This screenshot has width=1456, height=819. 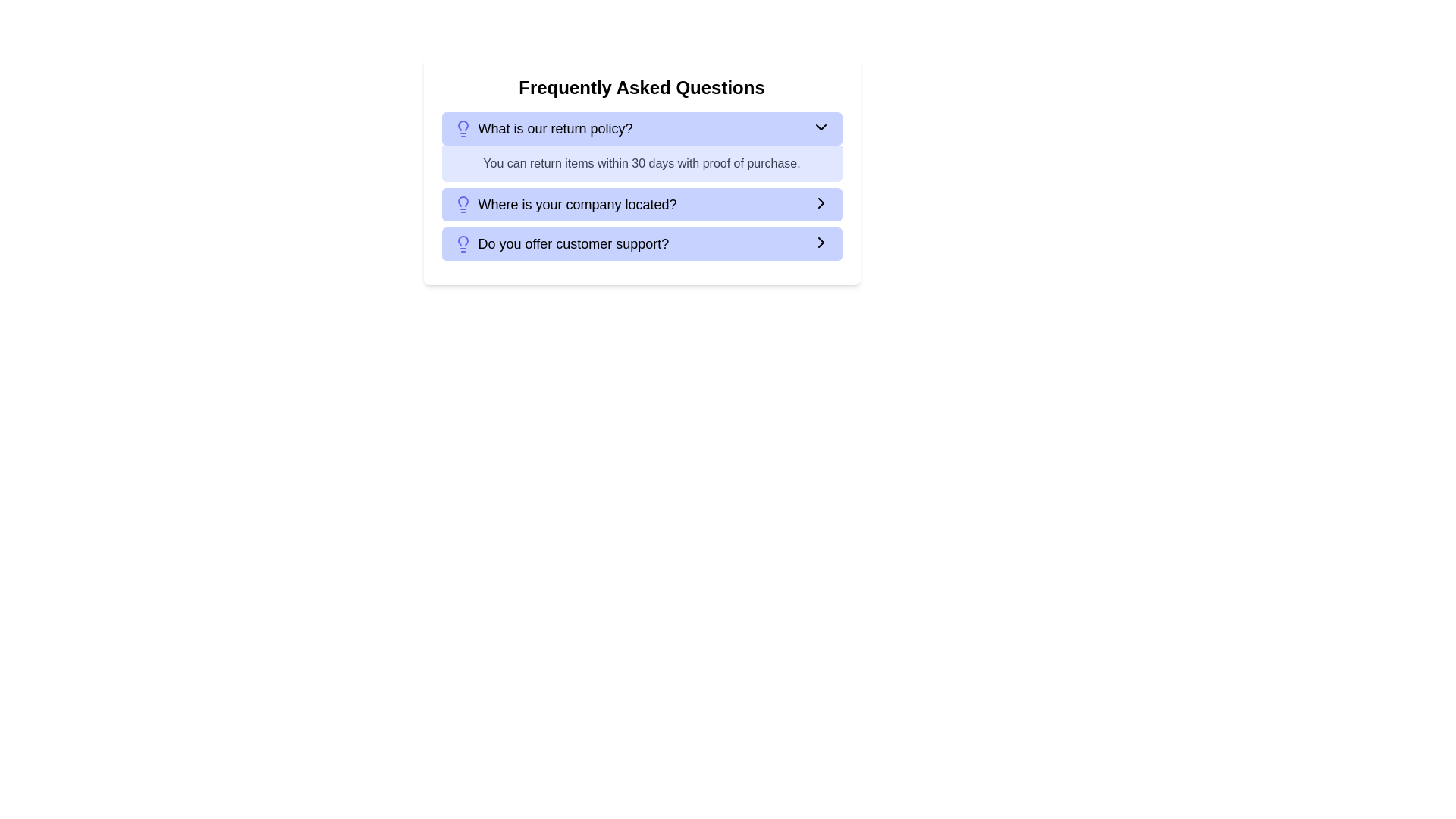 I want to click on the interactive list item that contains the text 'Where is your company located?', so click(x=642, y=205).